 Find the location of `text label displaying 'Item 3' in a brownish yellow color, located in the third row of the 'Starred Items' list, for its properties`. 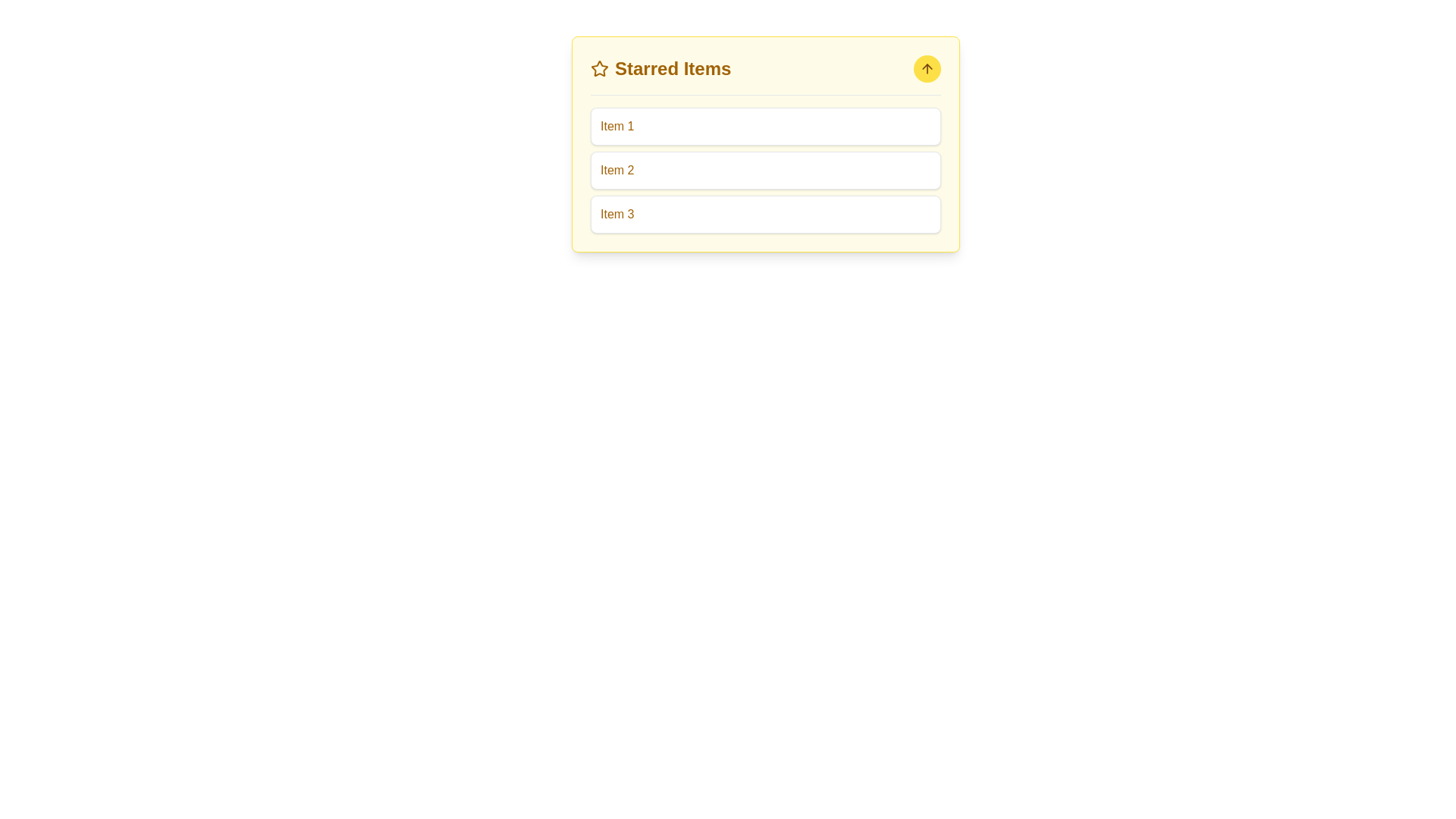

text label displaying 'Item 3' in a brownish yellow color, located in the third row of the 'Starred Items' list, for its properties is located at coordinates (617, 214).